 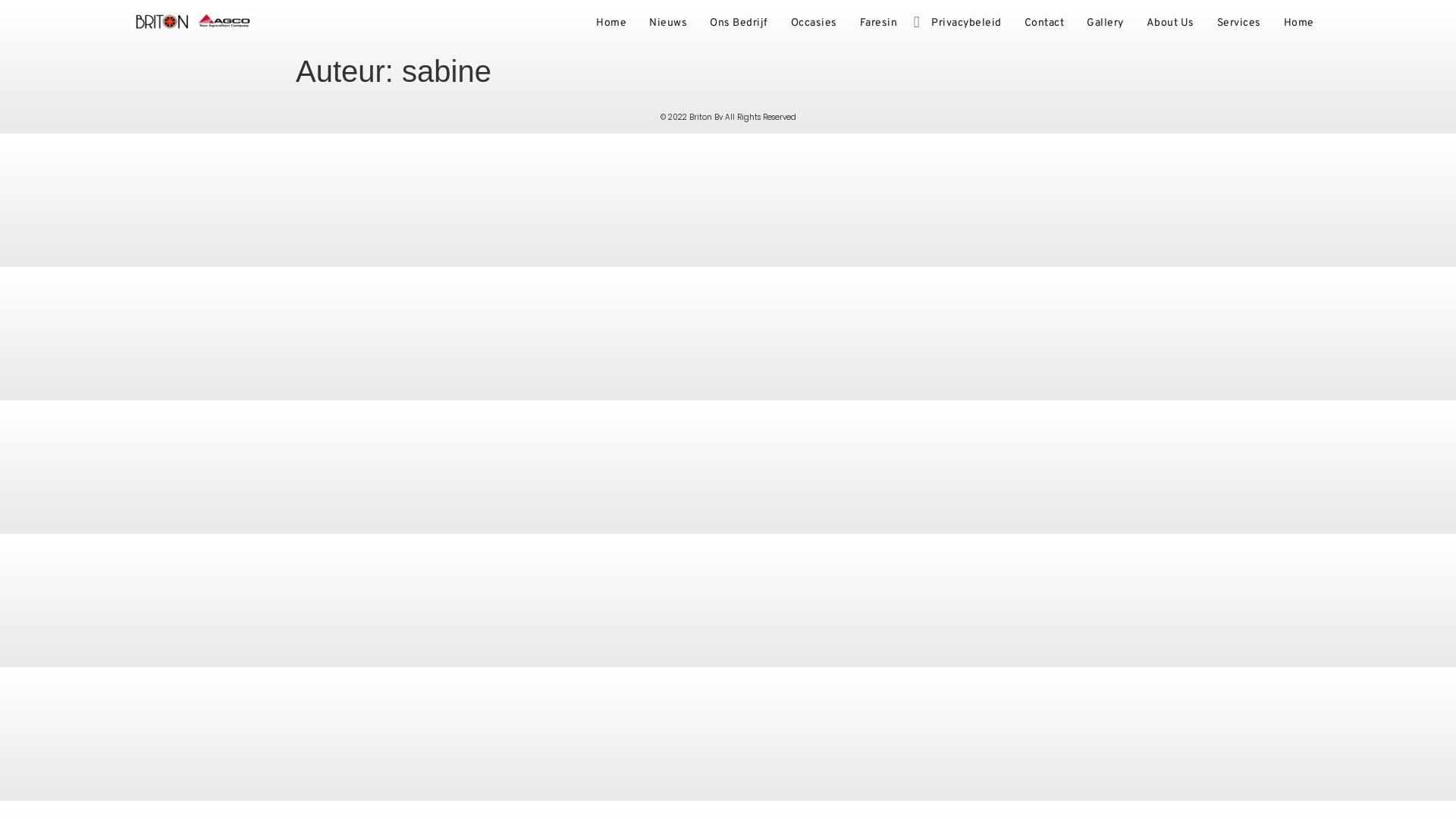 I want to click on 'Nieuws', so click(x=667, y=23).